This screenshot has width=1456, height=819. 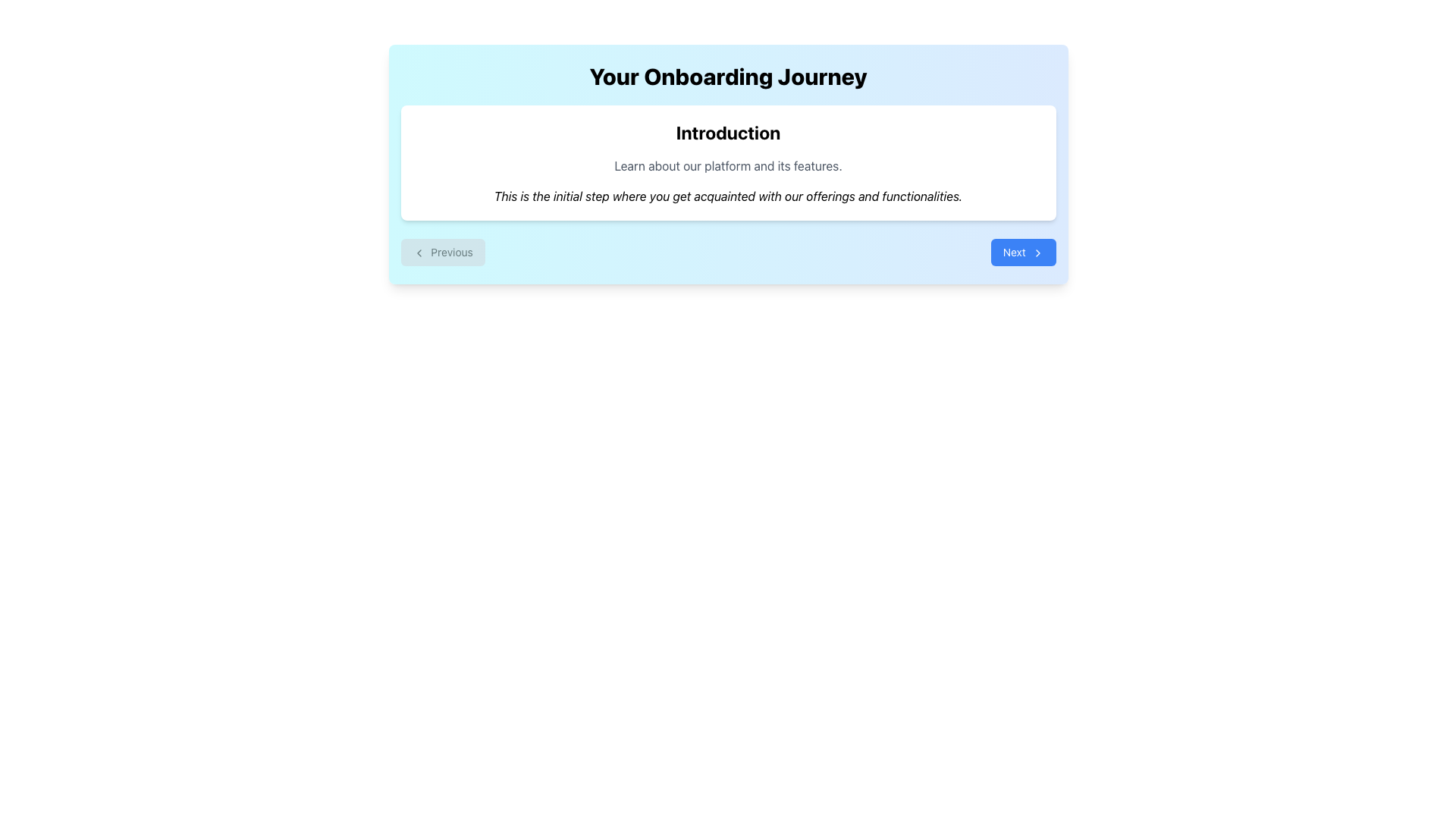 What do you see at coordinates (442, 251) in the screenshot?
I see `the 'Previous' button with a gray background and left-pointing chevron icon` at bounding box center [442, 251].